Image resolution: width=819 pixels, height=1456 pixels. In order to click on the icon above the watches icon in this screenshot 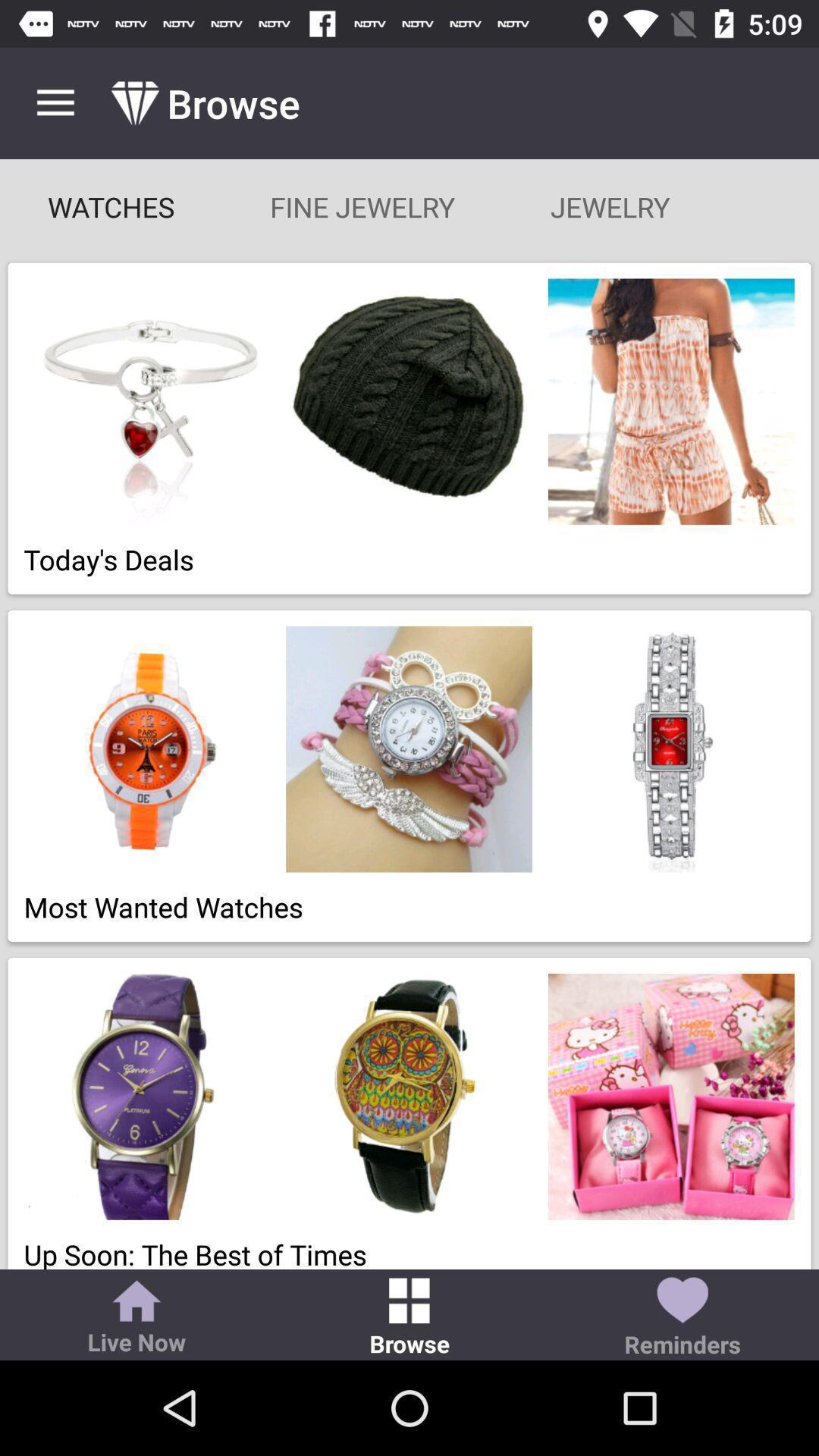, I will do `click(55, 102)`.